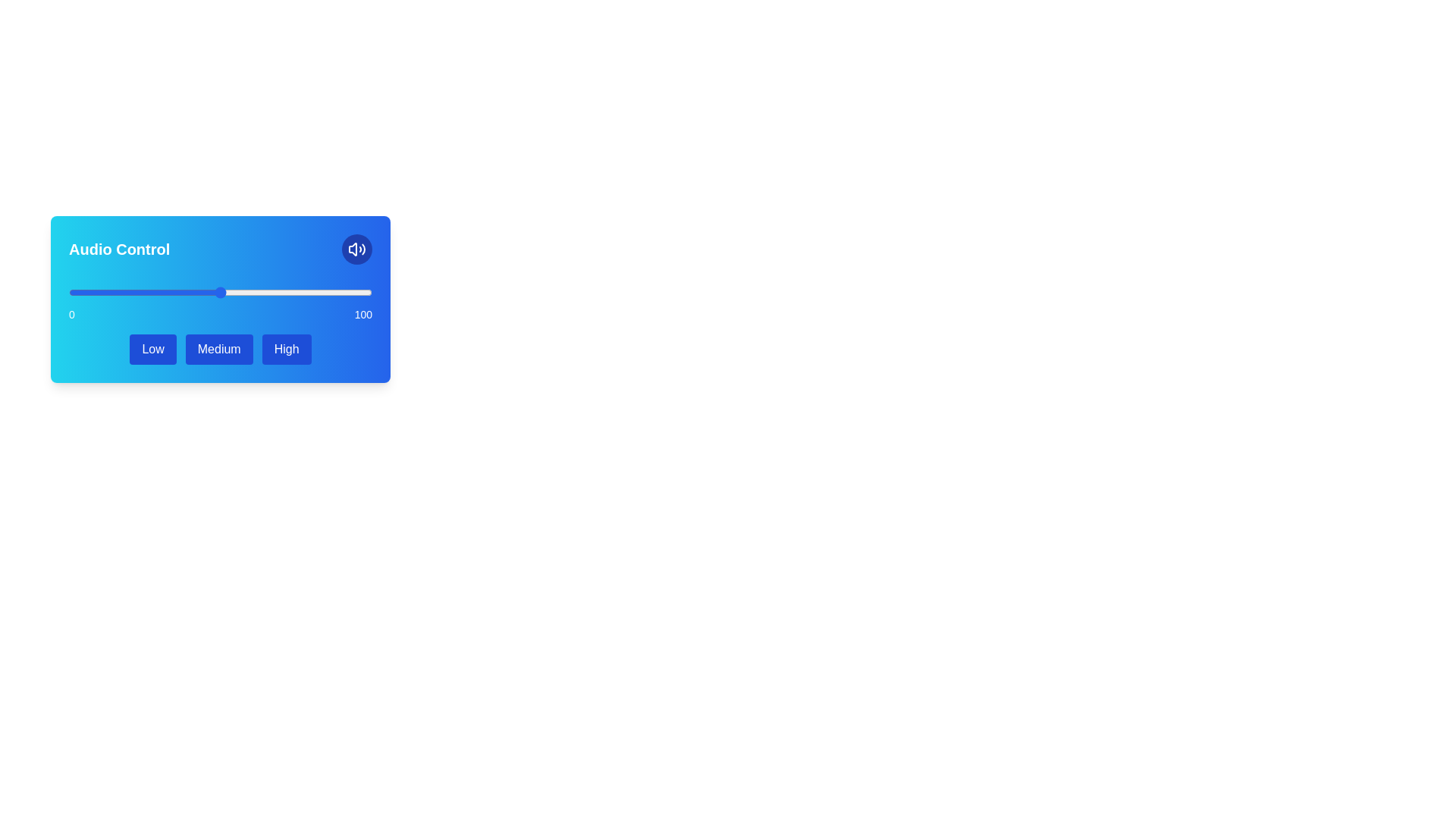  What do you see at coordinates (196, 292) in the screenshot?
I see `the slider value` at bounding box center [196, 292].